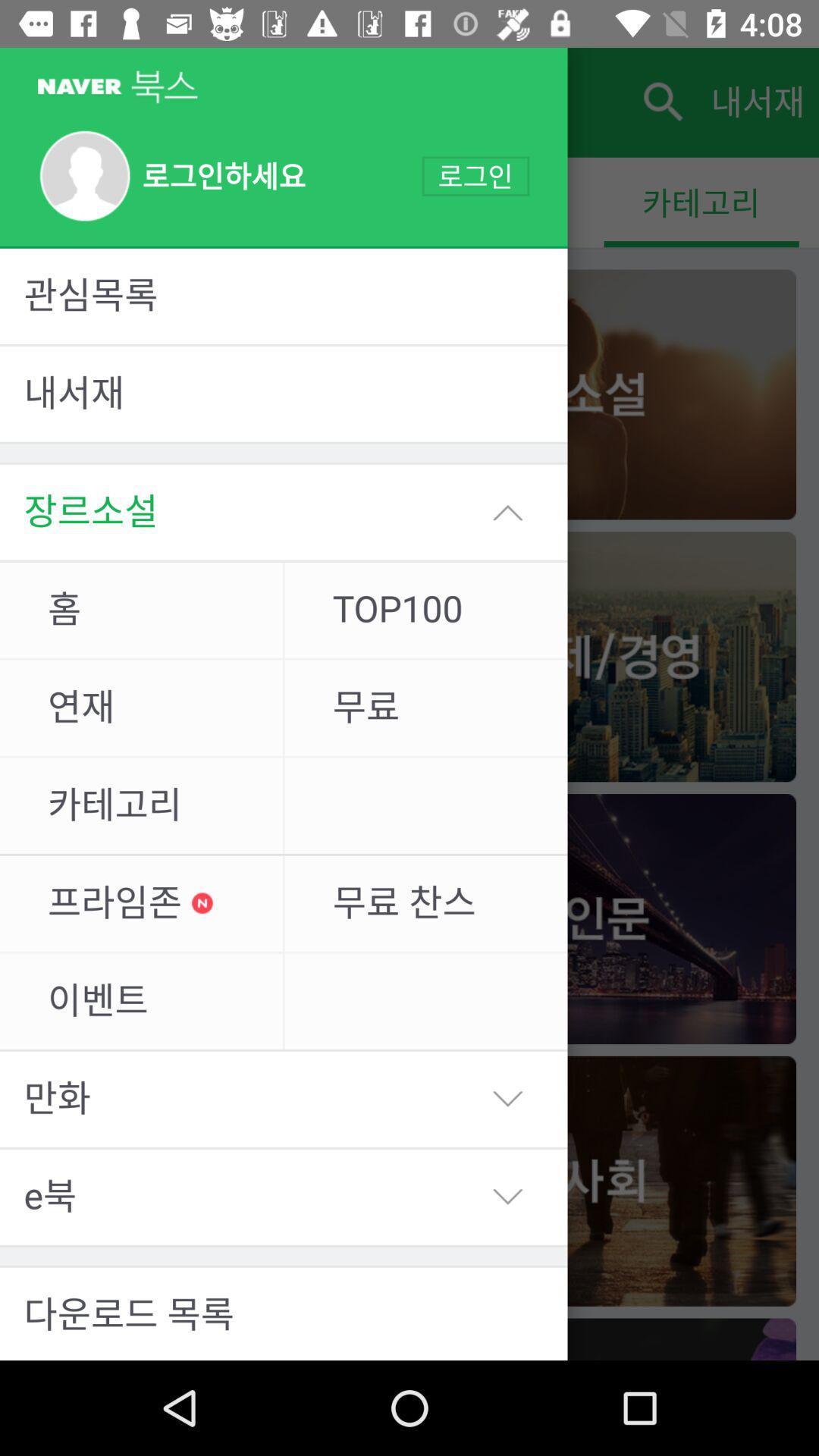  What do you see at coordinates (171, 177) in the screenshot?
I see `enter the user name with user icon  under naver` at bounding box center [171, 177].